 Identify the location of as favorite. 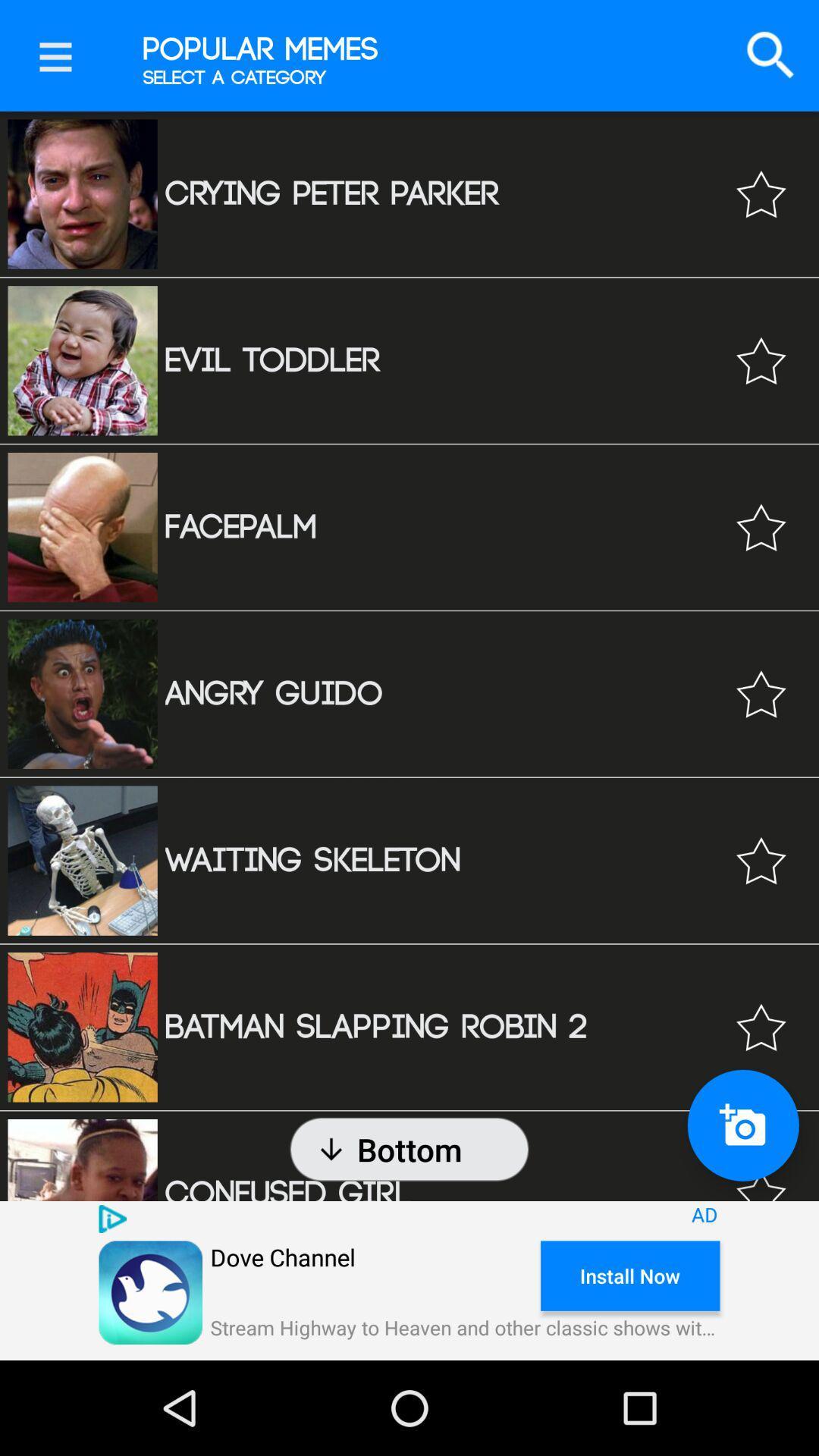
(761, 1027).